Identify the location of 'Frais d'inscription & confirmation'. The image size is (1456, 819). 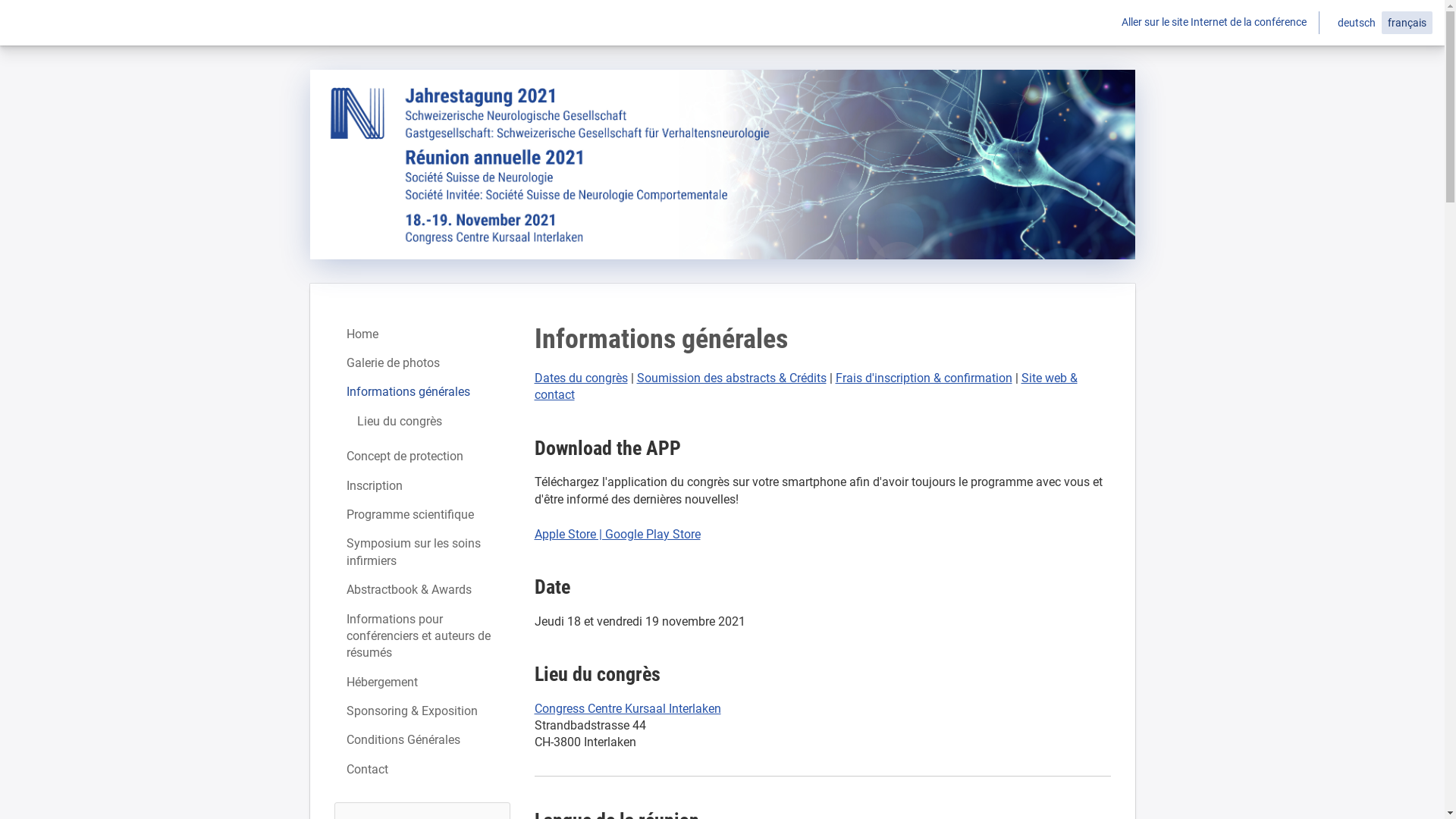
(923, 377).